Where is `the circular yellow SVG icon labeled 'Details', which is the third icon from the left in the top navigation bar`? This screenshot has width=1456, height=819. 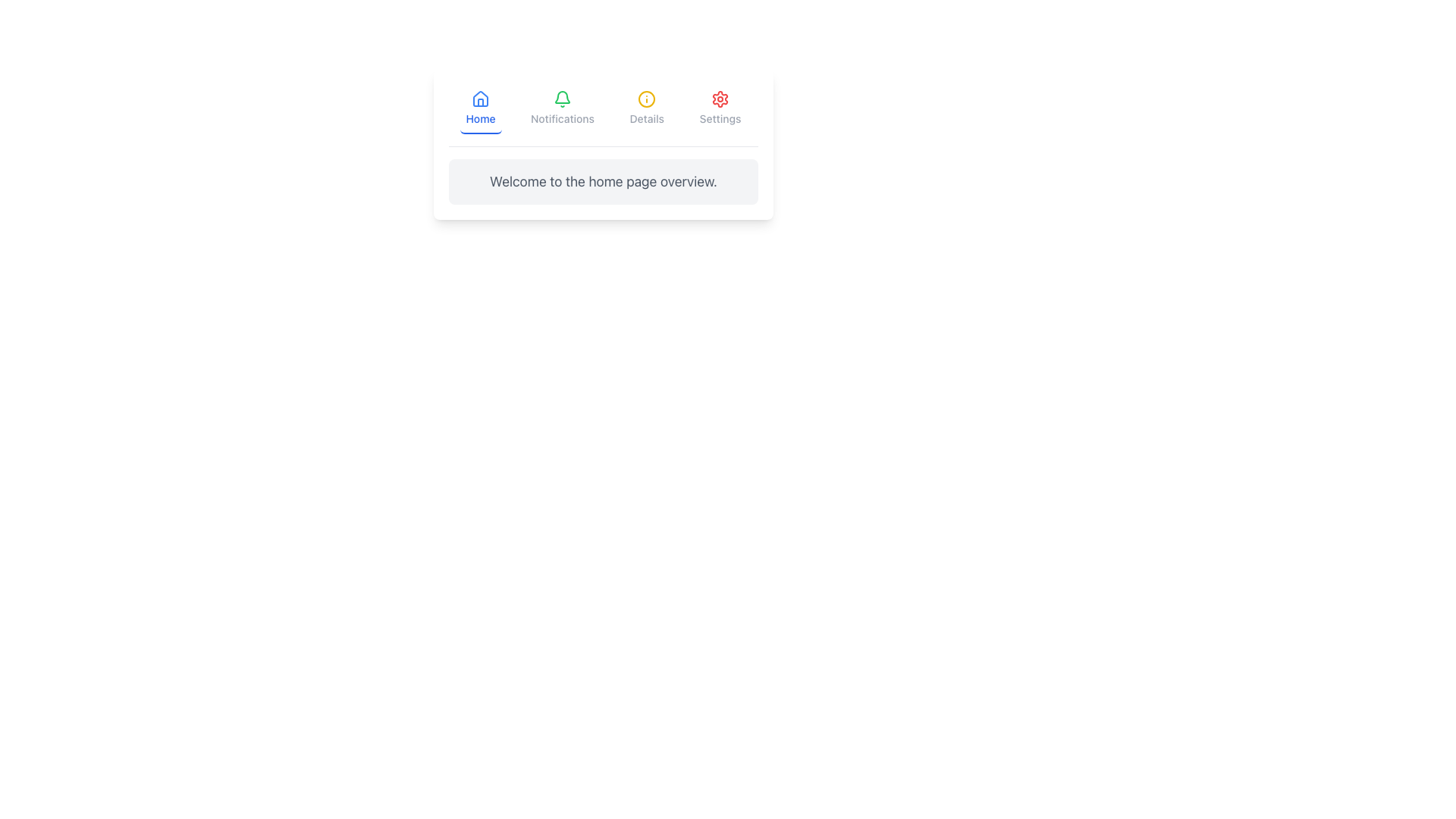
the circular yellow SVG icon labeled 'Details', which is the third icon from the left in the top navigation bar is located at coordinates (647, 99).